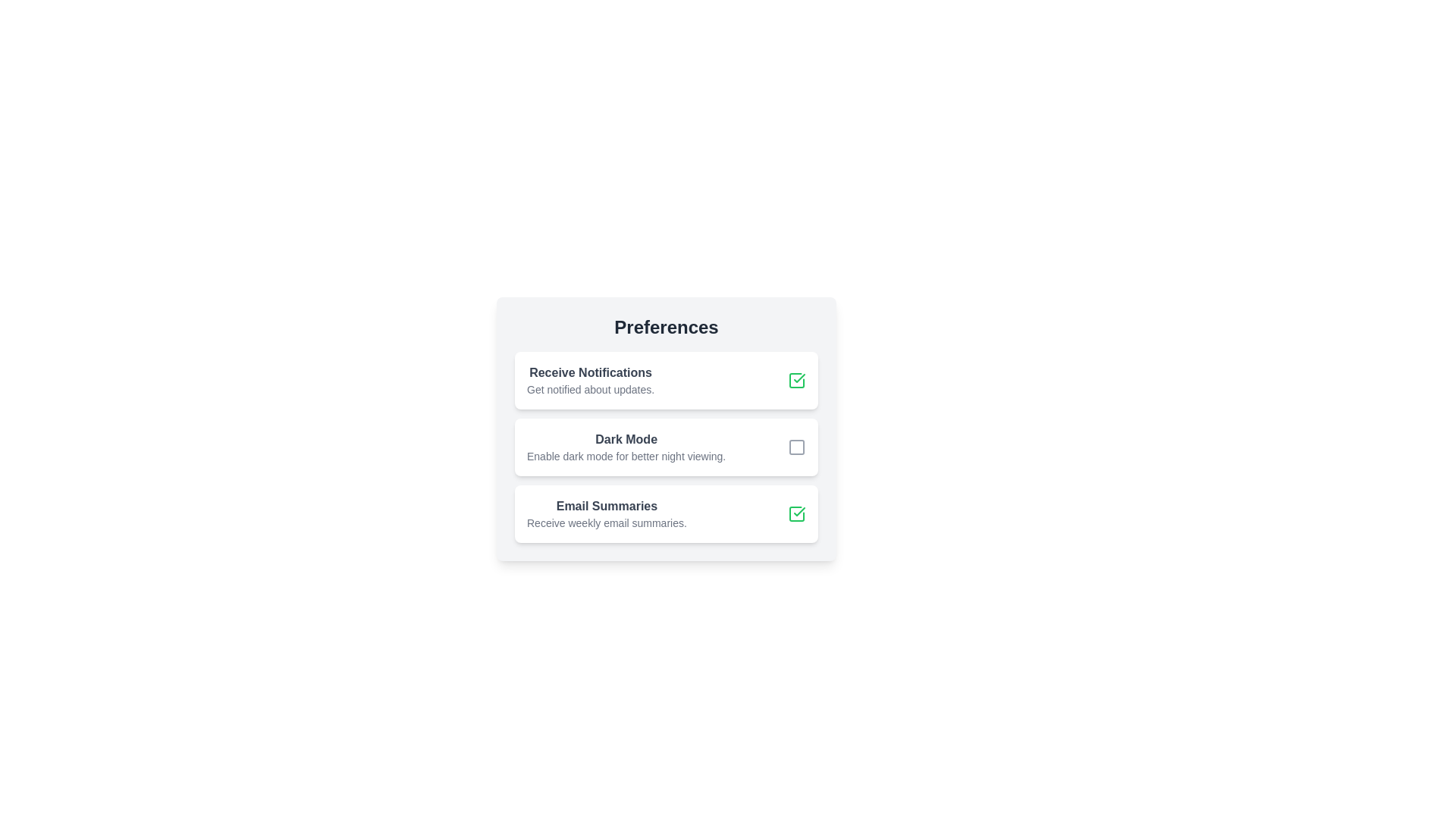 This screenshot has height=819, width=1456. What do you see at coordinates (666, 513) in the screenshot?
I see `the interactive checkbox for enabling or disabling email summary notifications located in the last card of the 'Preferences' section, positioned below the 'Dark Mode' card` at bounding box center [666, 513].